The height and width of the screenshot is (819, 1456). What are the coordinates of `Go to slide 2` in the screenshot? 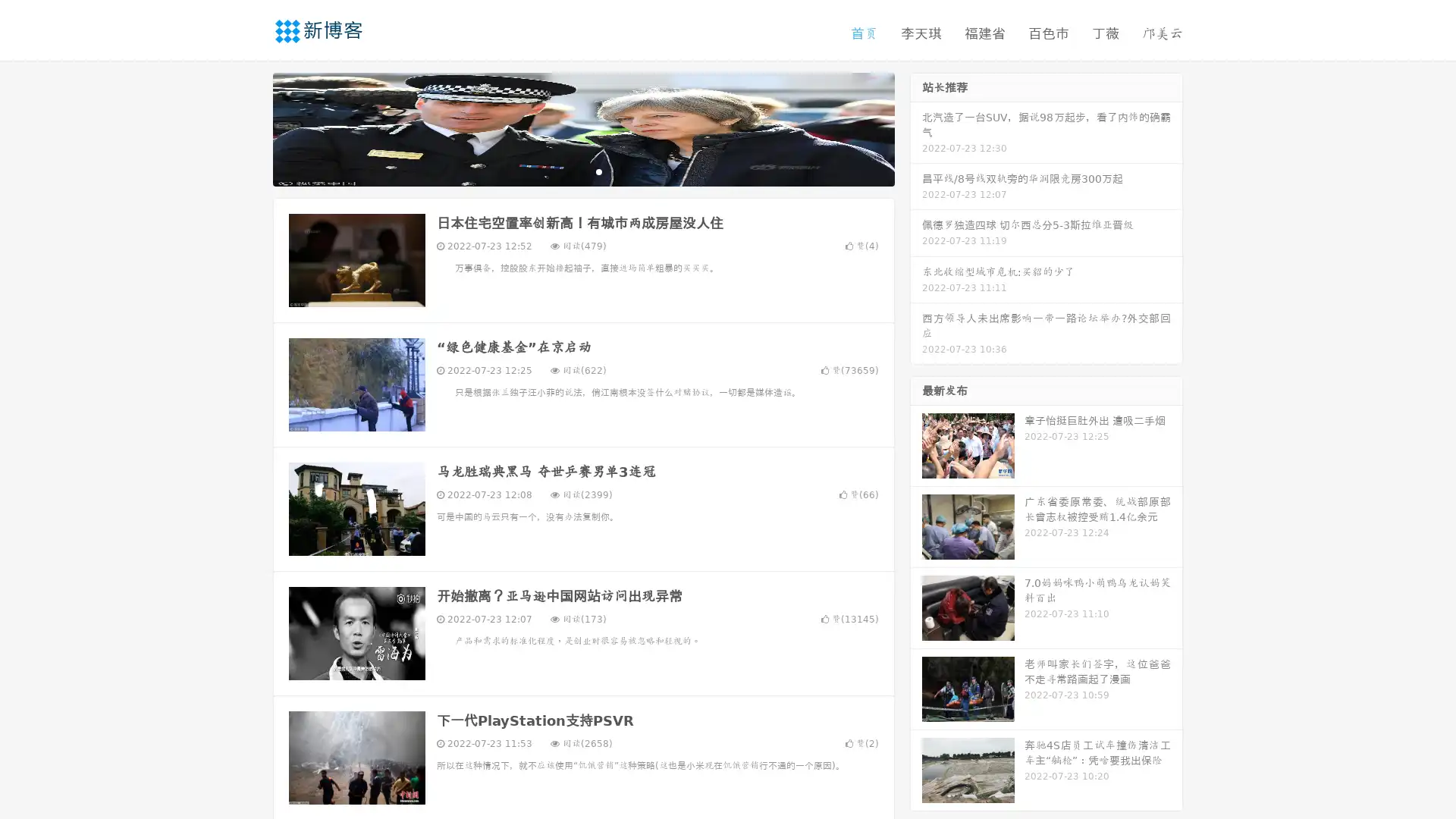 It's located at (582, 171).